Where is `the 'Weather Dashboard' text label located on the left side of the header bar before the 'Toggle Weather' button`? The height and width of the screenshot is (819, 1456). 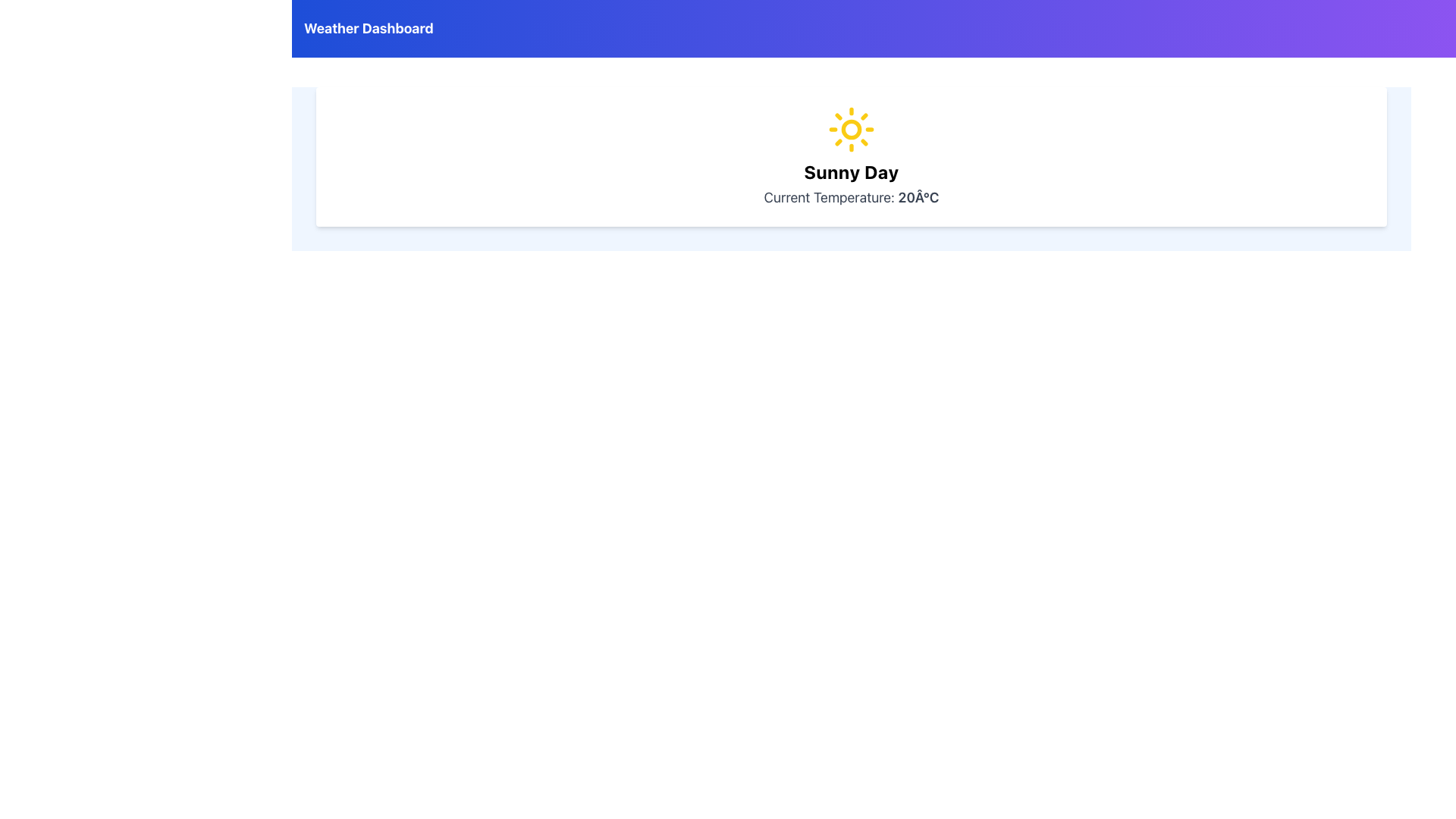 the 'Weather Dashboard' text label located on the left side of the header bar before the 'Toggle Weather' button is located at coordinates (369, 29).